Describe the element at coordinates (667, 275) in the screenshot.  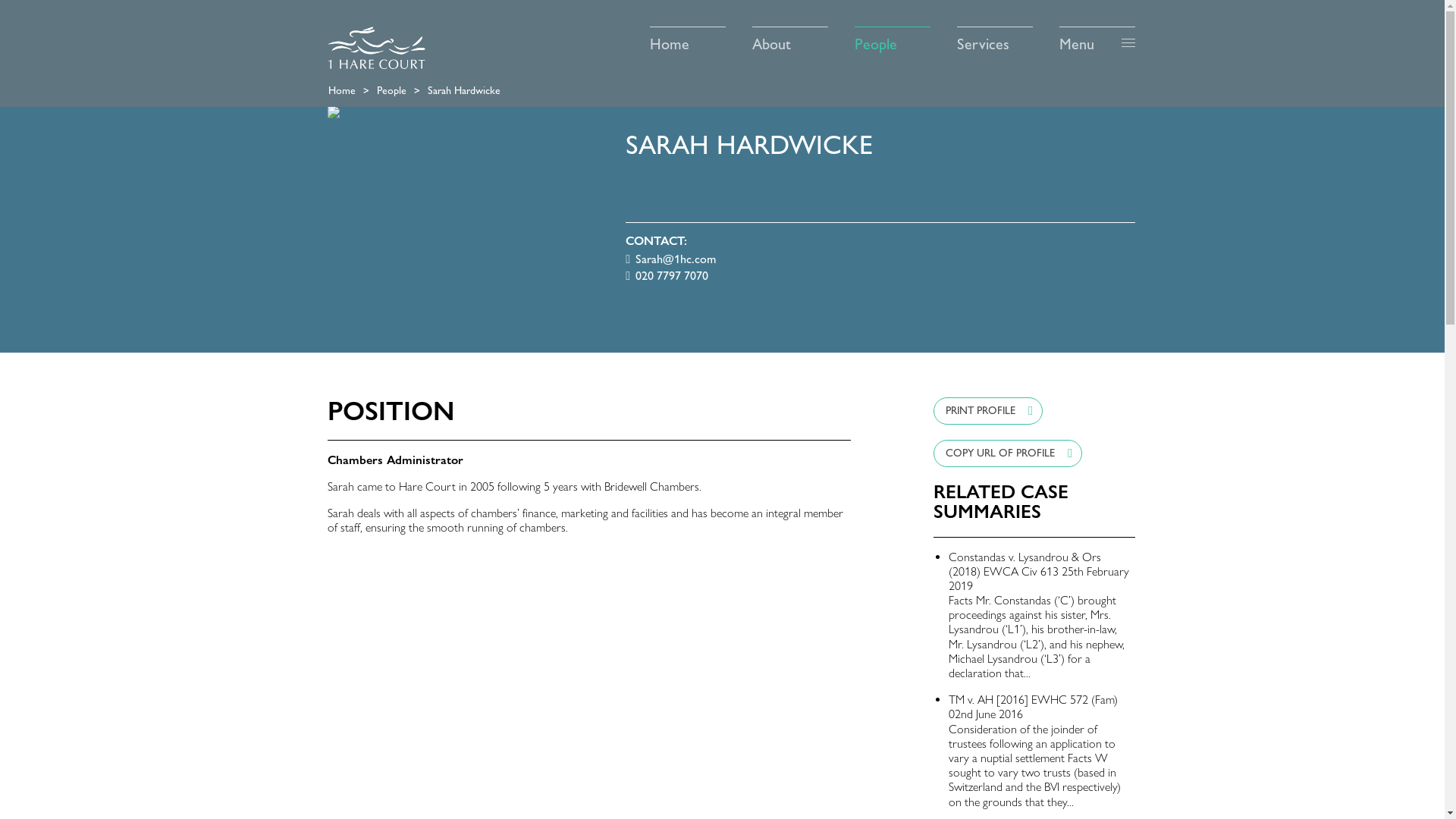
I see `'020 7797 7070'` at that location.